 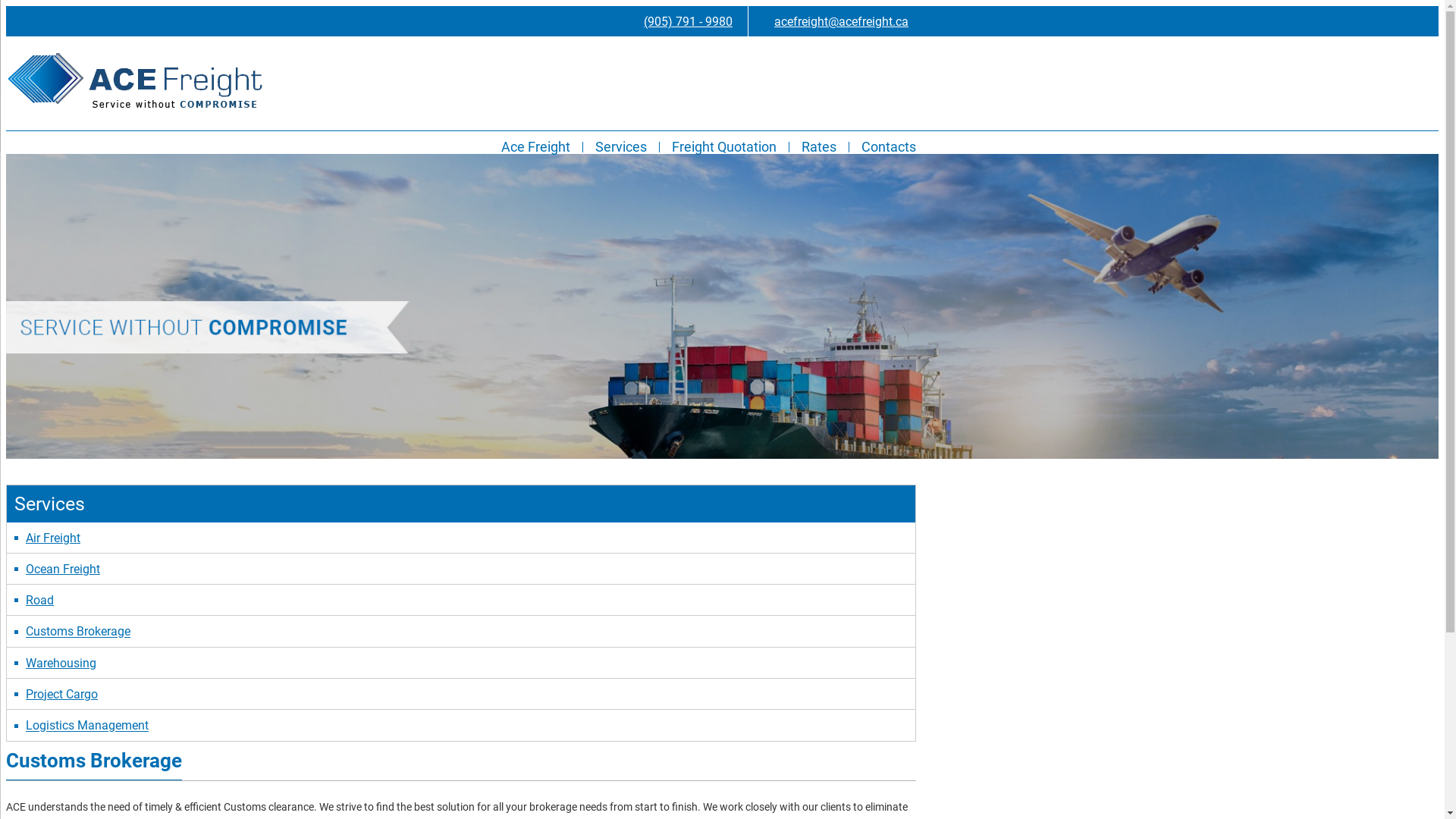 What do you see at coordinates (888, 146) in the screenshot?
I see `'Contacts'` at bounding box center [888, 146].